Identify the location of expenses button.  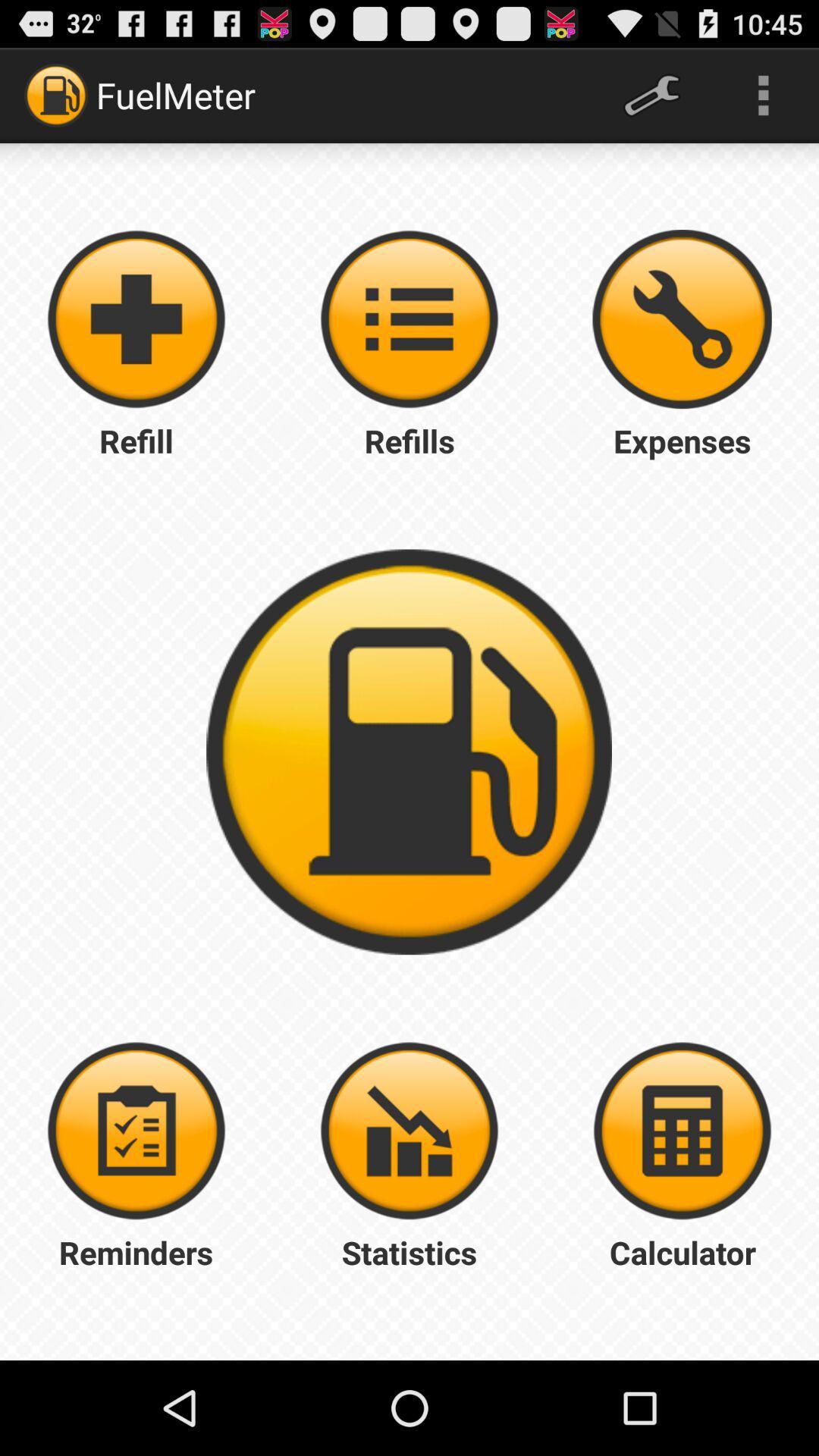
(681, 318).